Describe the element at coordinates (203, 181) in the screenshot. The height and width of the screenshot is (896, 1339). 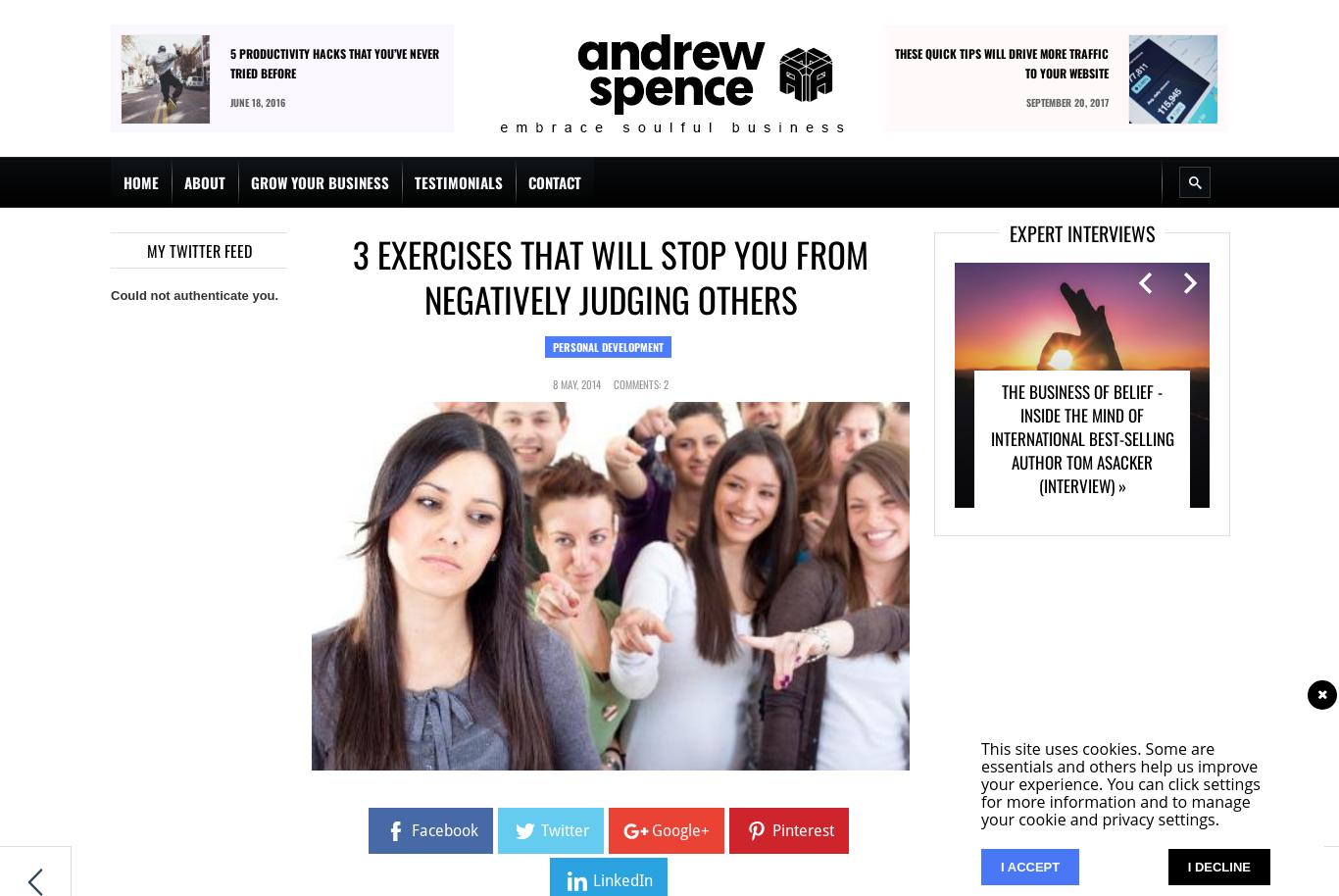
I see `'About'` at that location.